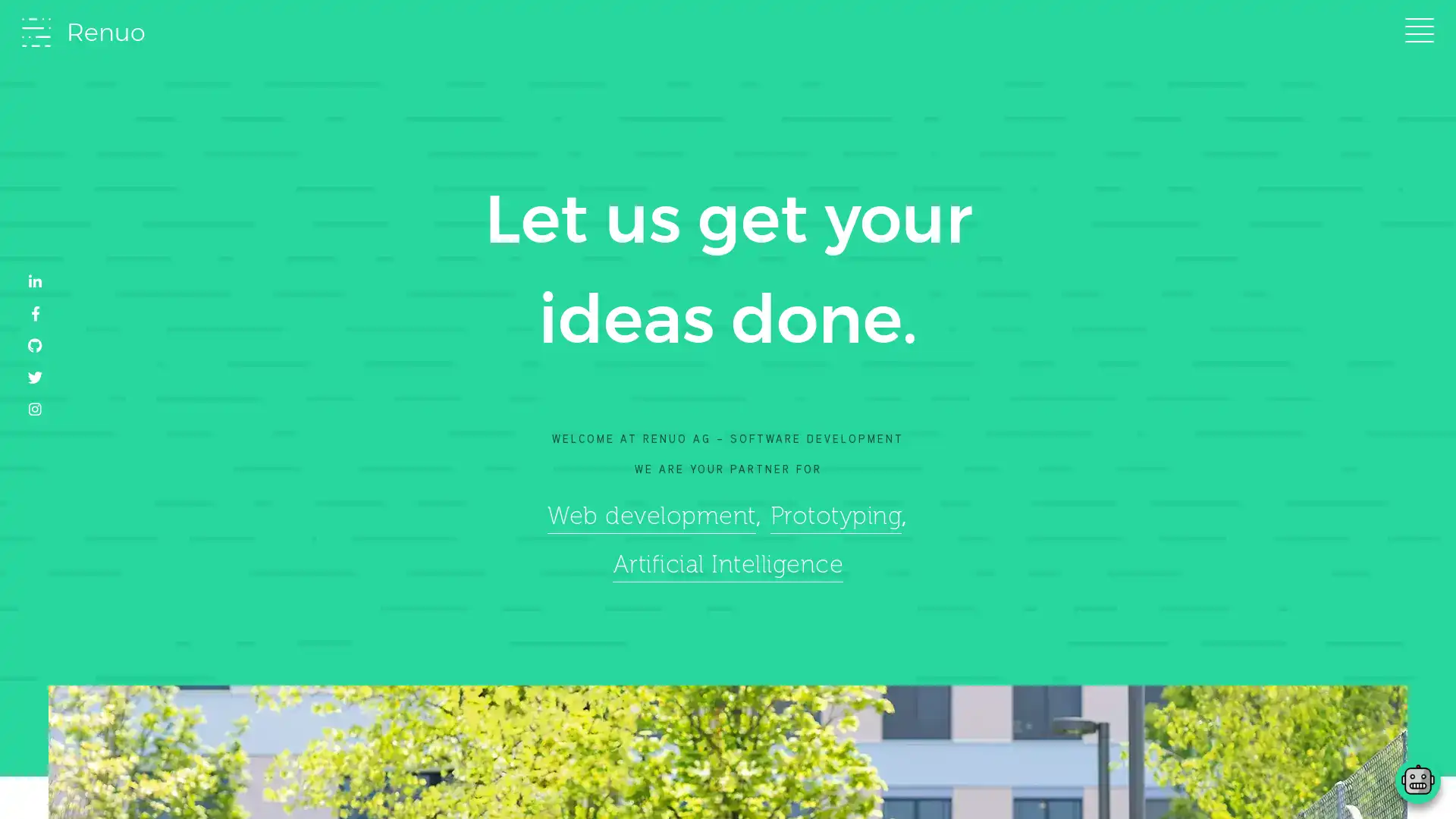 This screenshot has width=1456, height=819. What do you see at coordinates (1419, 30) in the screenshot?
I see `Toggle navigation` at bounding box center [1419, 30].